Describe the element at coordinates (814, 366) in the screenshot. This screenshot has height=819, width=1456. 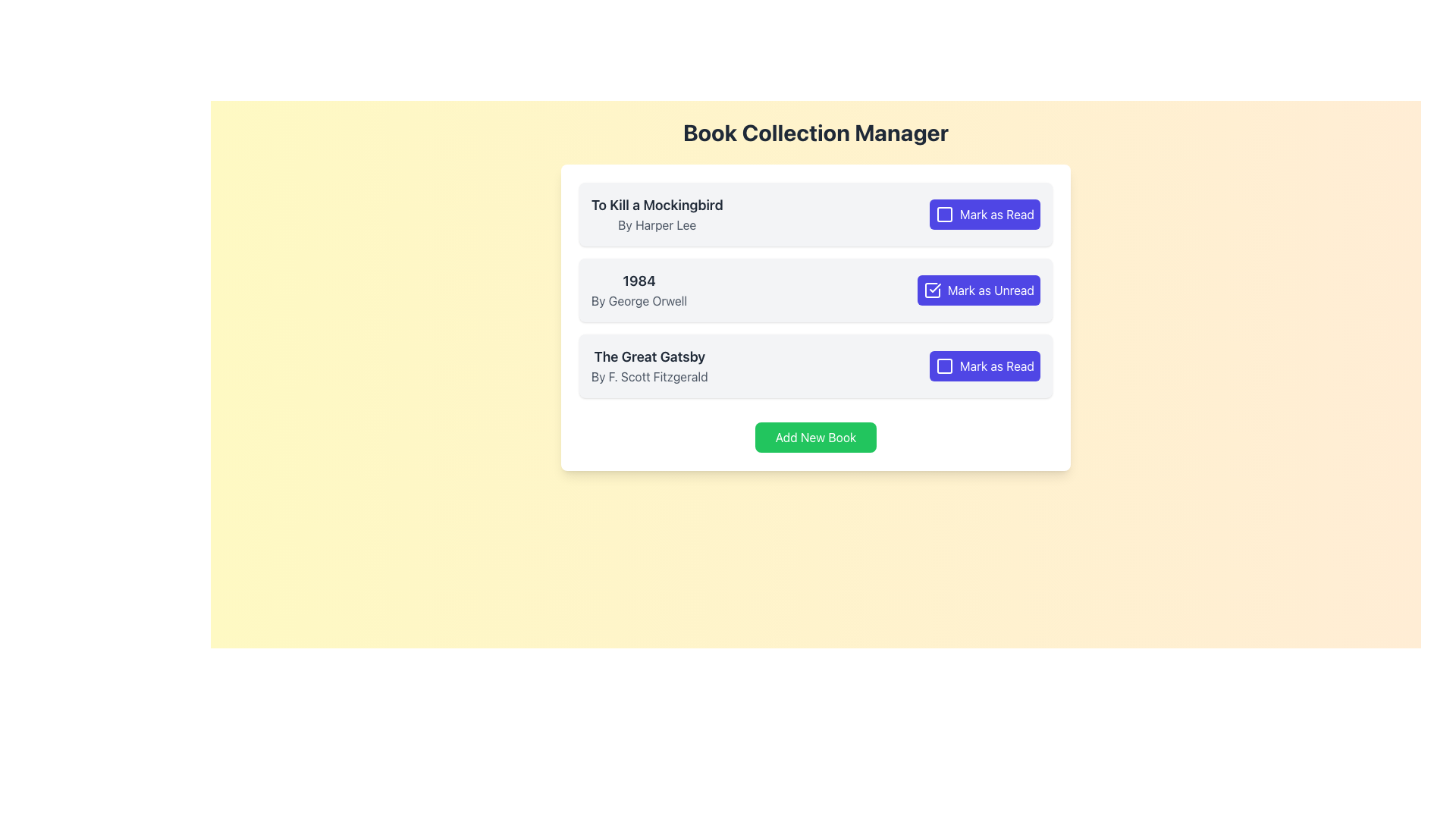
I see `the 'Mark as Read' button in the third list entry of the 'Book Collection Manager', which contains the book title 'The Great Gatsby' and author 'By F. Scott Fitzgerald'` at that location.